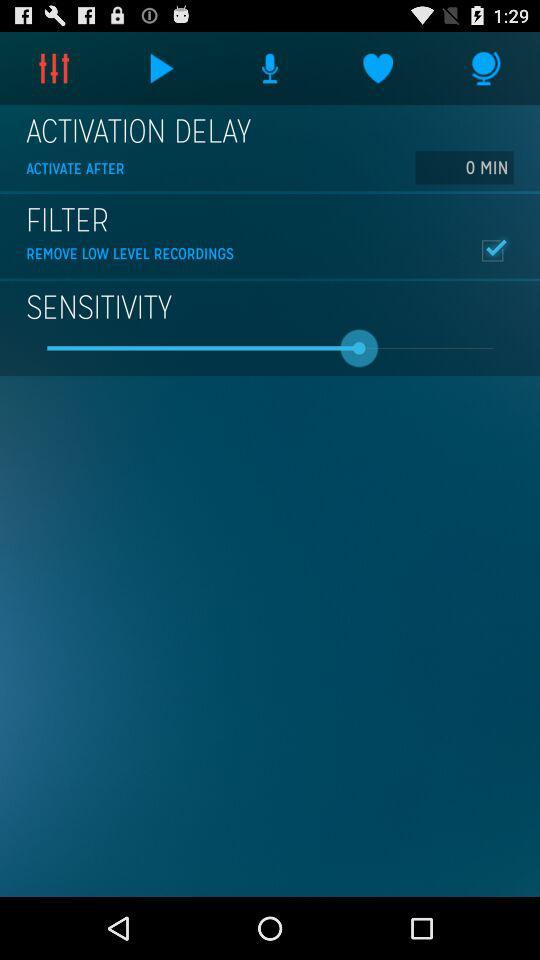 Image resolution: width=540 pixels, height=960 pixels. What do you see at coordinates (491, 249) in the screenshot?
I see `icon to the right of the remove low level item` at bounding box center [491, 249].